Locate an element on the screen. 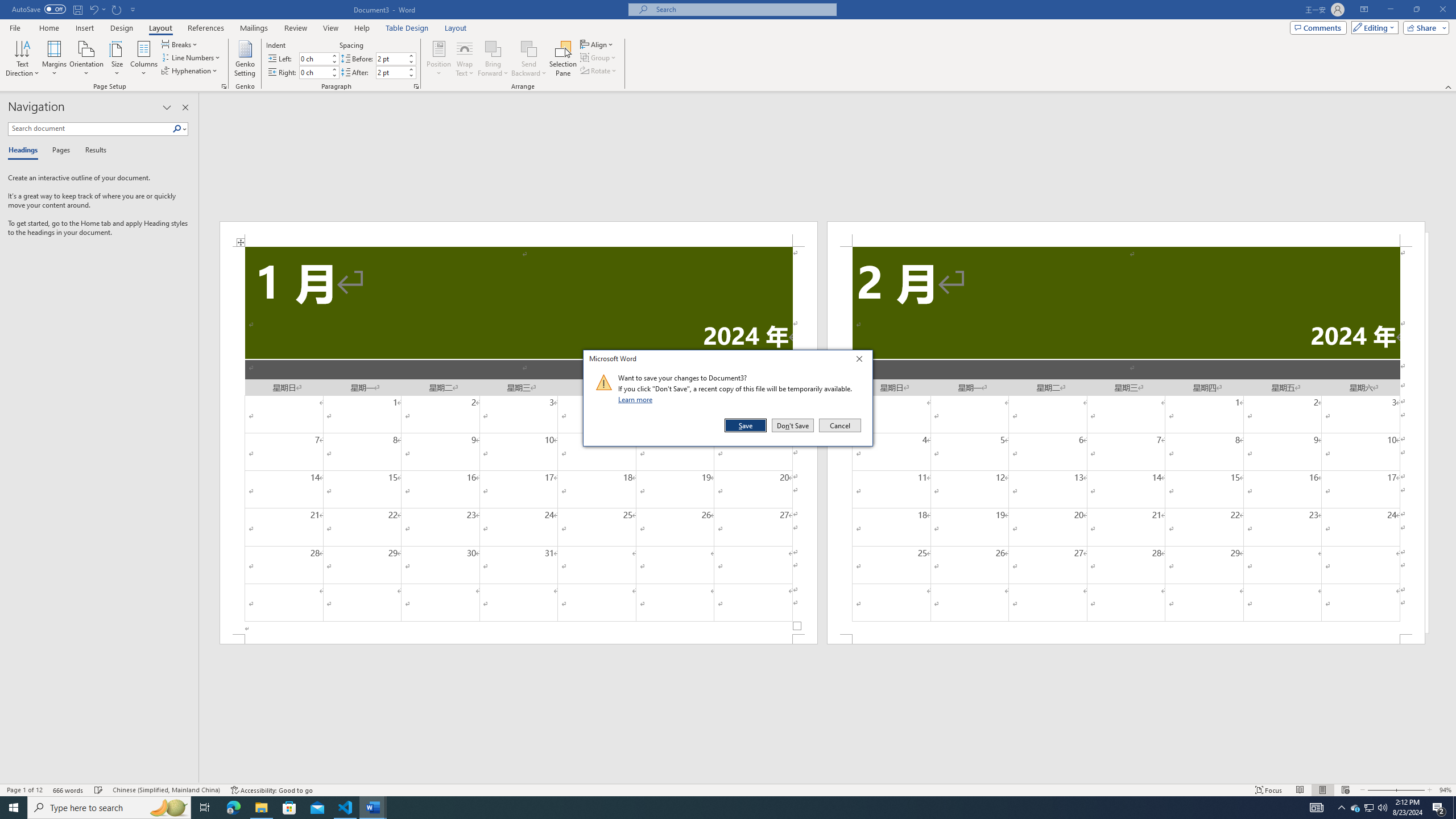 The image size is (1456, 819). 'Rotate' is located at coordinates (598, 69).